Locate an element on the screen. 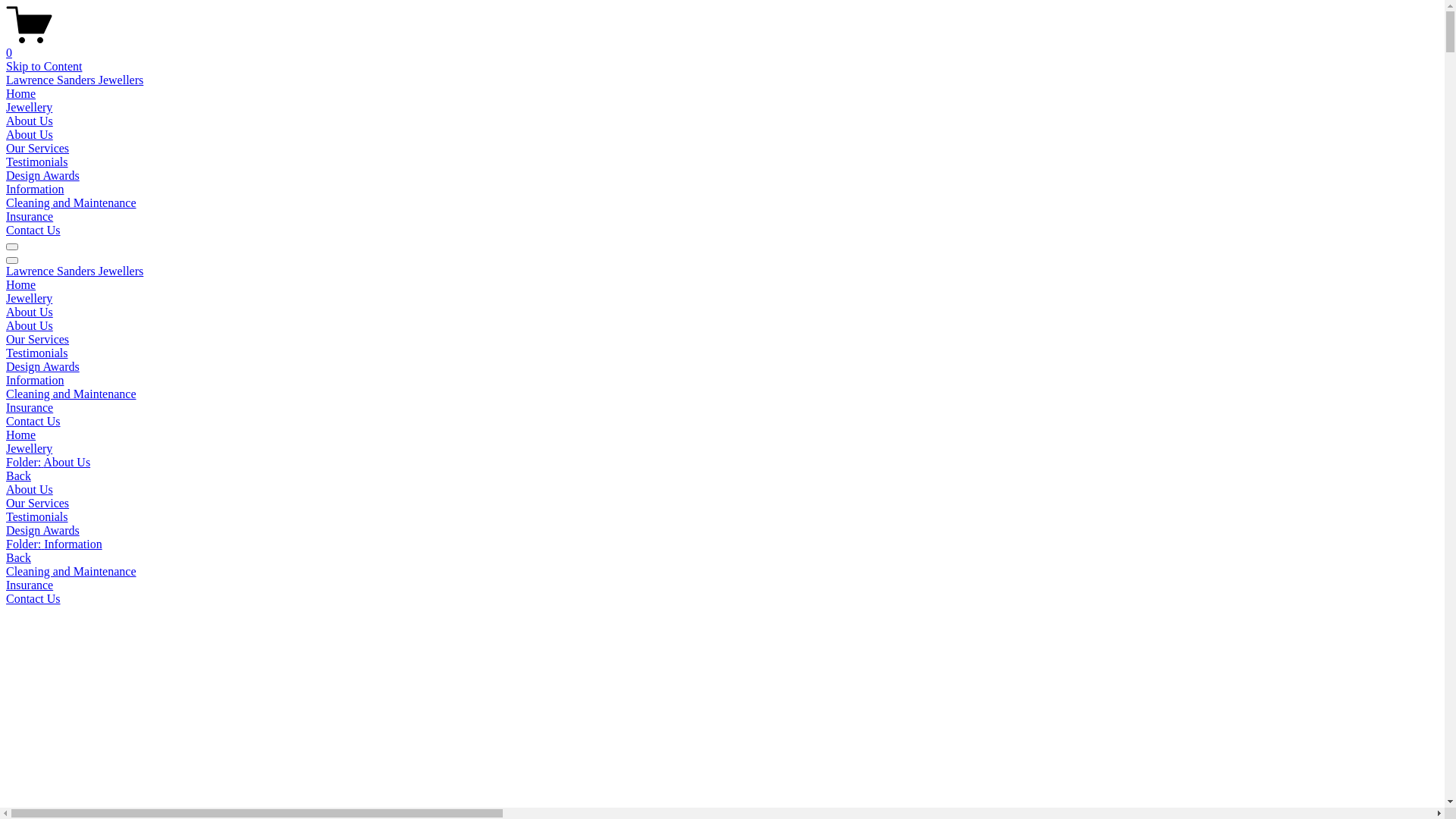 This screenshot has height=819, width=1456. 'Cleaning and Maintenance' is located at coordinates (6, 393).